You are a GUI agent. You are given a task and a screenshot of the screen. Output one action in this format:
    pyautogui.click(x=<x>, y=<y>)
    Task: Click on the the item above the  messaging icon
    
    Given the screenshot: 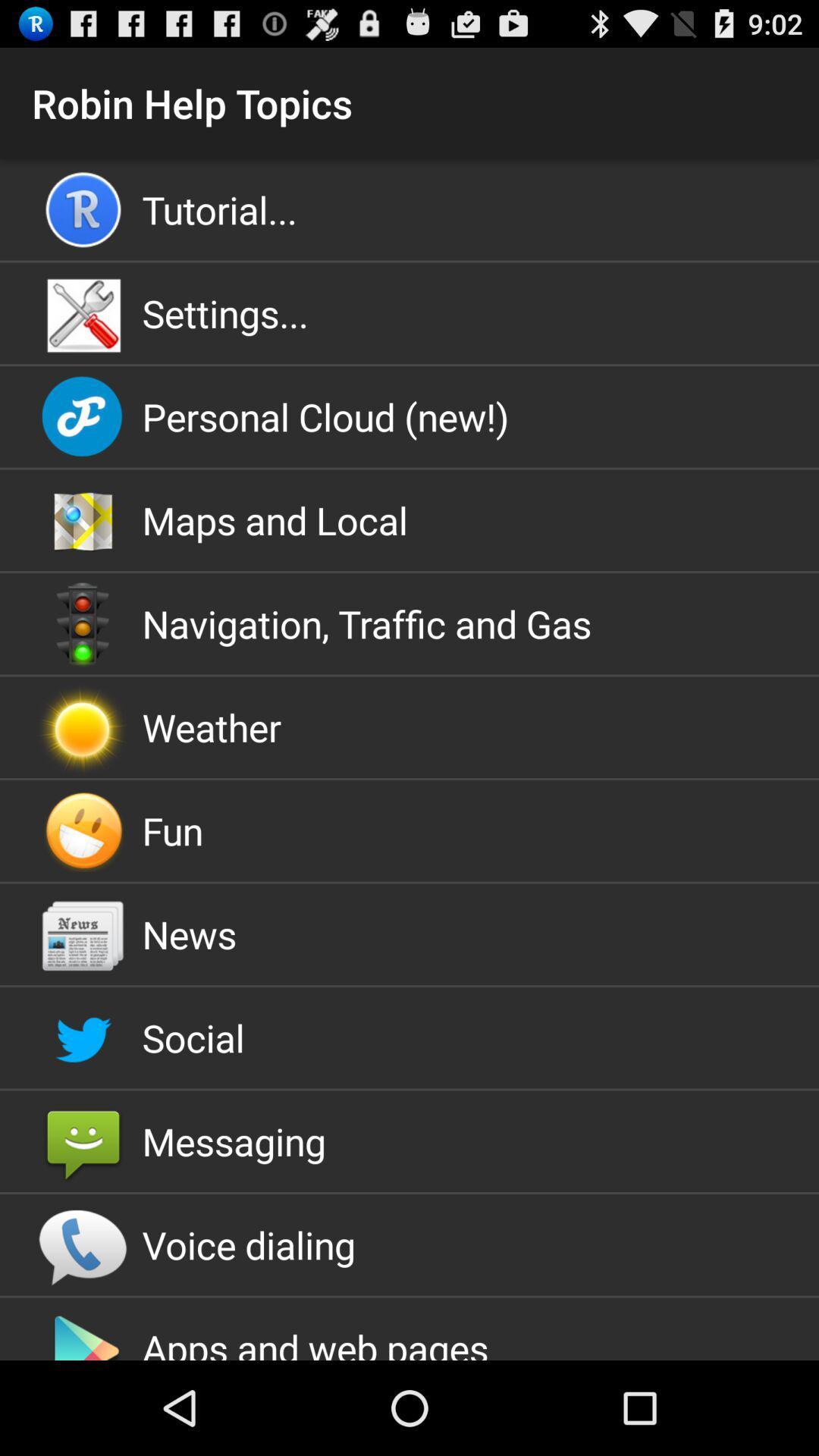 What is the action you would take?
    pyautogui.click(x=409, y=1037)
    